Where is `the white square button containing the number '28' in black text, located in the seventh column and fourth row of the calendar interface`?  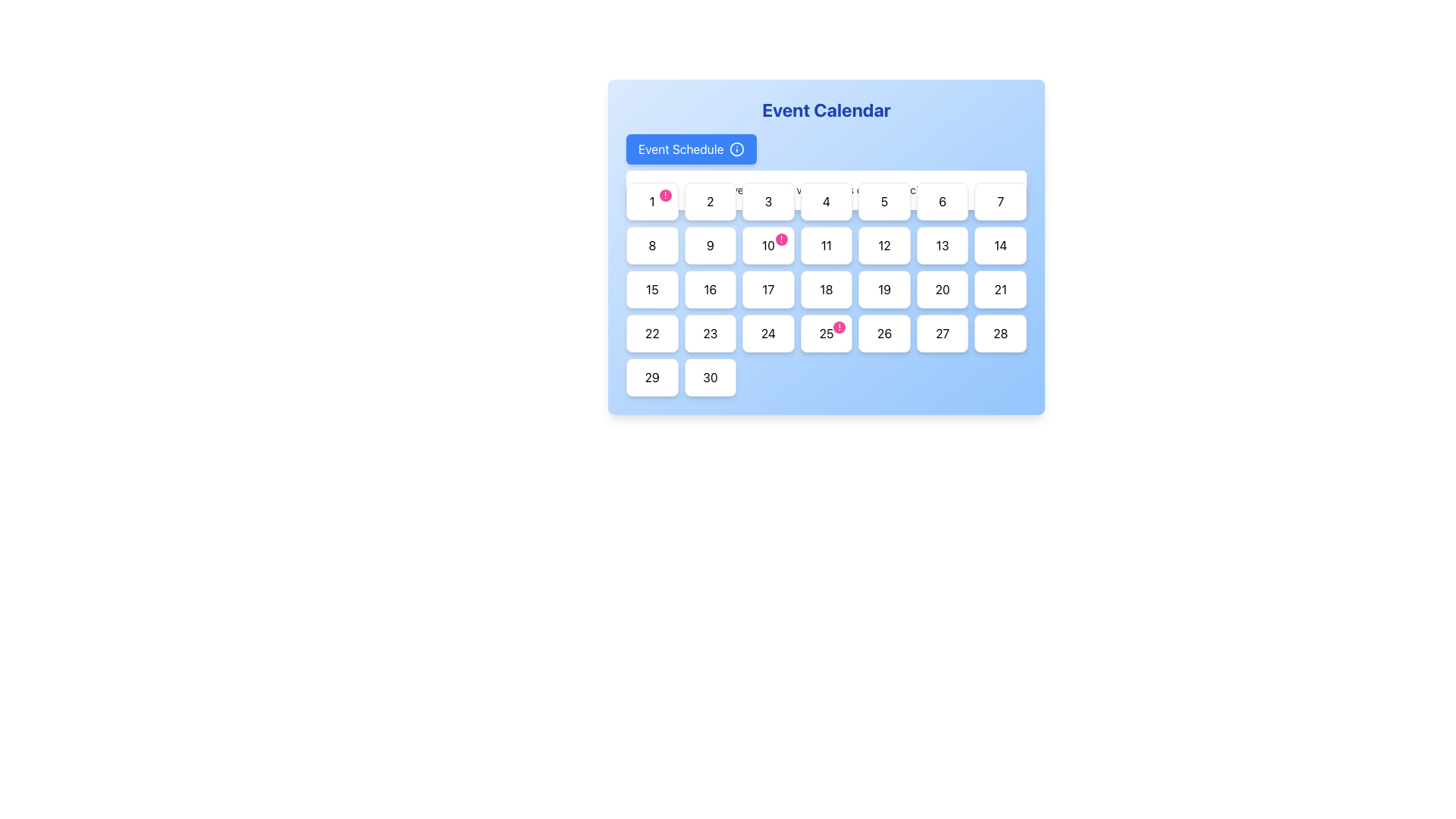 the white square button containing the number '28' in black text, located in the seventh column and fourth row of the calendar interface is located at coordinates (1000, 332).